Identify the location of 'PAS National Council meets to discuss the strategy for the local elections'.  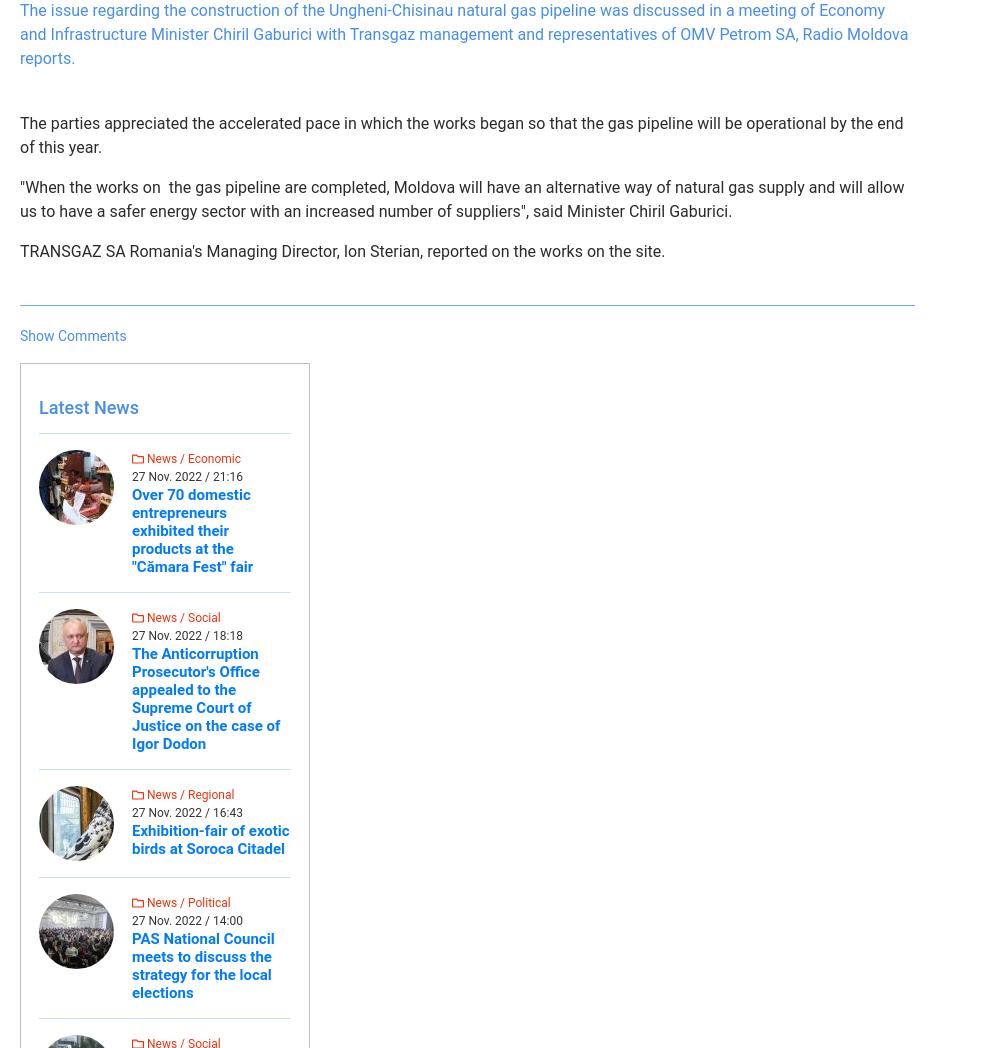
(132, 965).